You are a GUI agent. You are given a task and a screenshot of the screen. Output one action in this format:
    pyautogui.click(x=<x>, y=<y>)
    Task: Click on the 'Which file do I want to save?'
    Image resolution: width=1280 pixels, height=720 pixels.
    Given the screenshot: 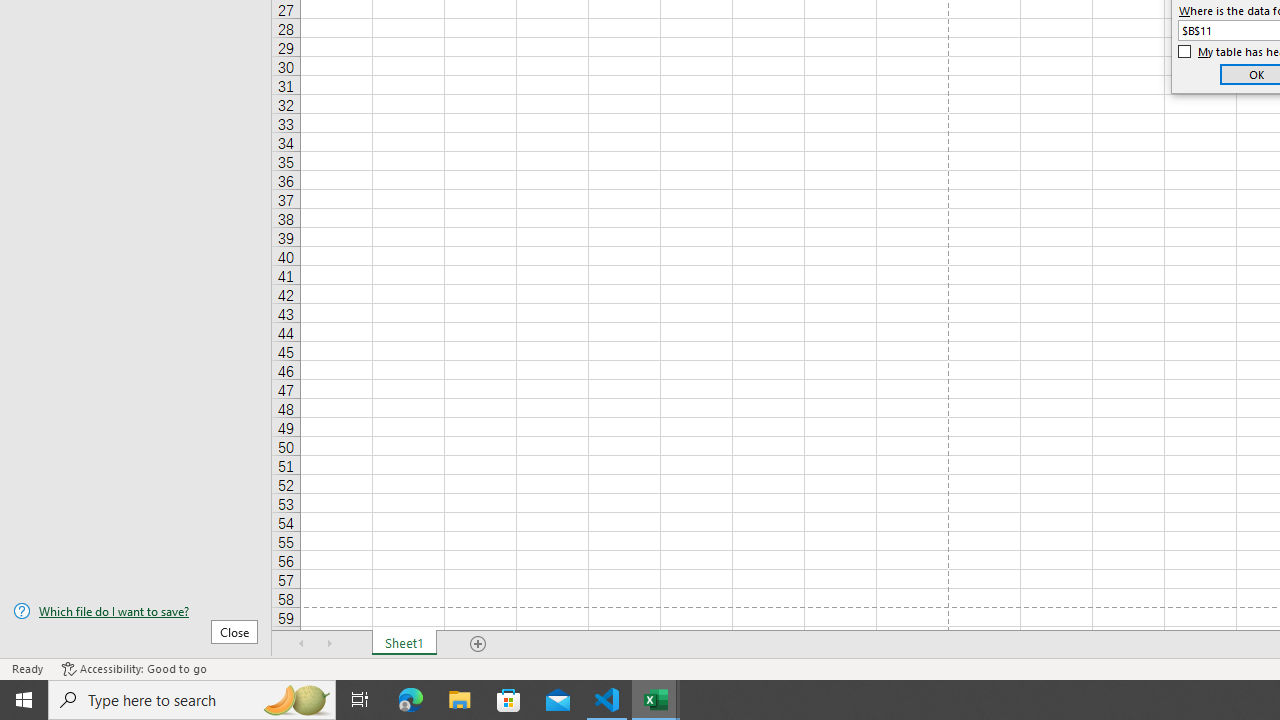 What is the action you would take?
    pyautogui.click(x=135, y=610)
    